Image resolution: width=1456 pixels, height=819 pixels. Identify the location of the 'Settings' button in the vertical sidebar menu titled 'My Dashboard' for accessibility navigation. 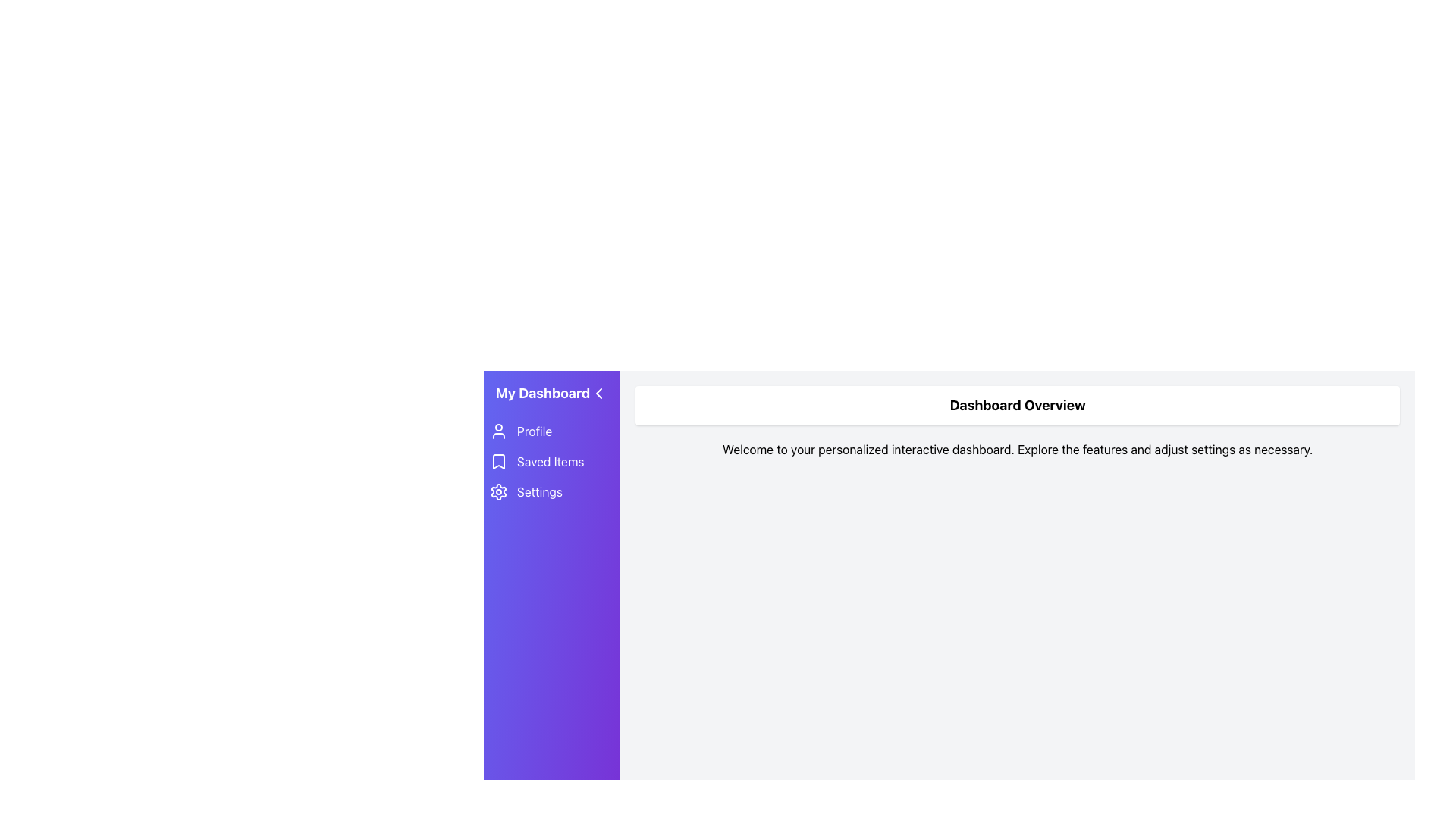
(551, 491).